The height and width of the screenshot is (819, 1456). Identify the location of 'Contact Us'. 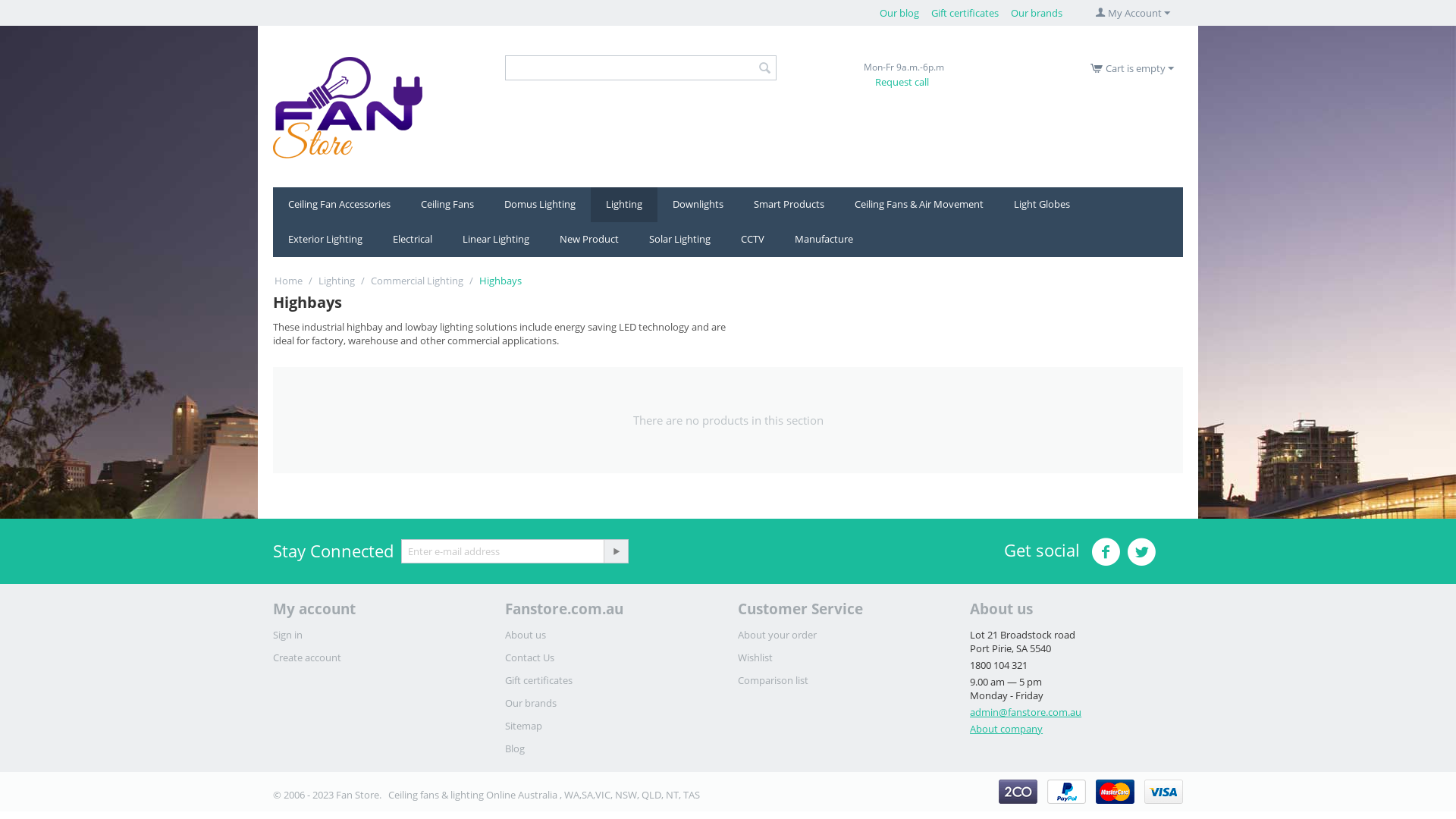
(529, 657).